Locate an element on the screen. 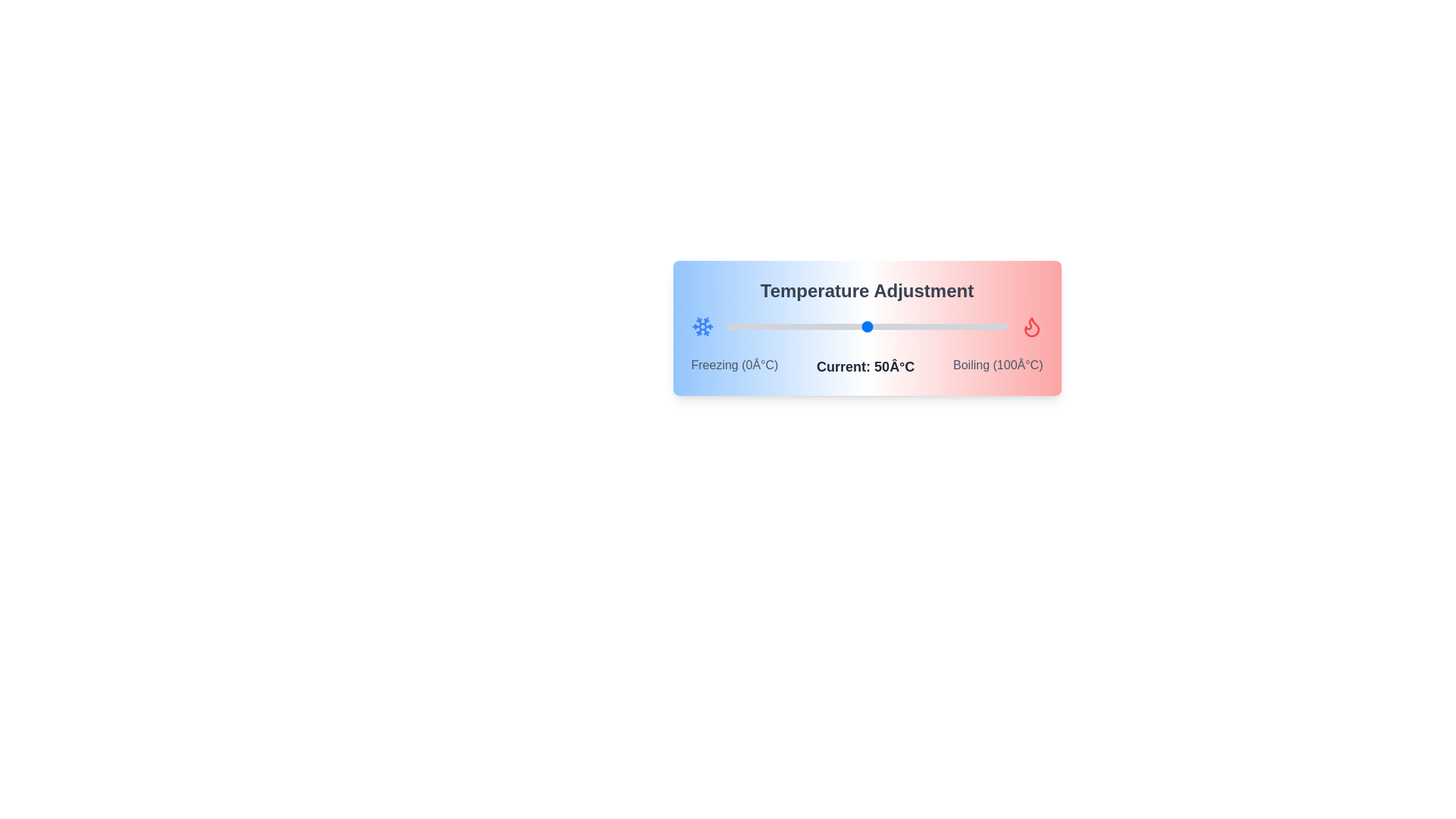 The height and width of the screenshot is (819, 1456). the temperature slider to 99°C is located at coordinates (1005, 326).